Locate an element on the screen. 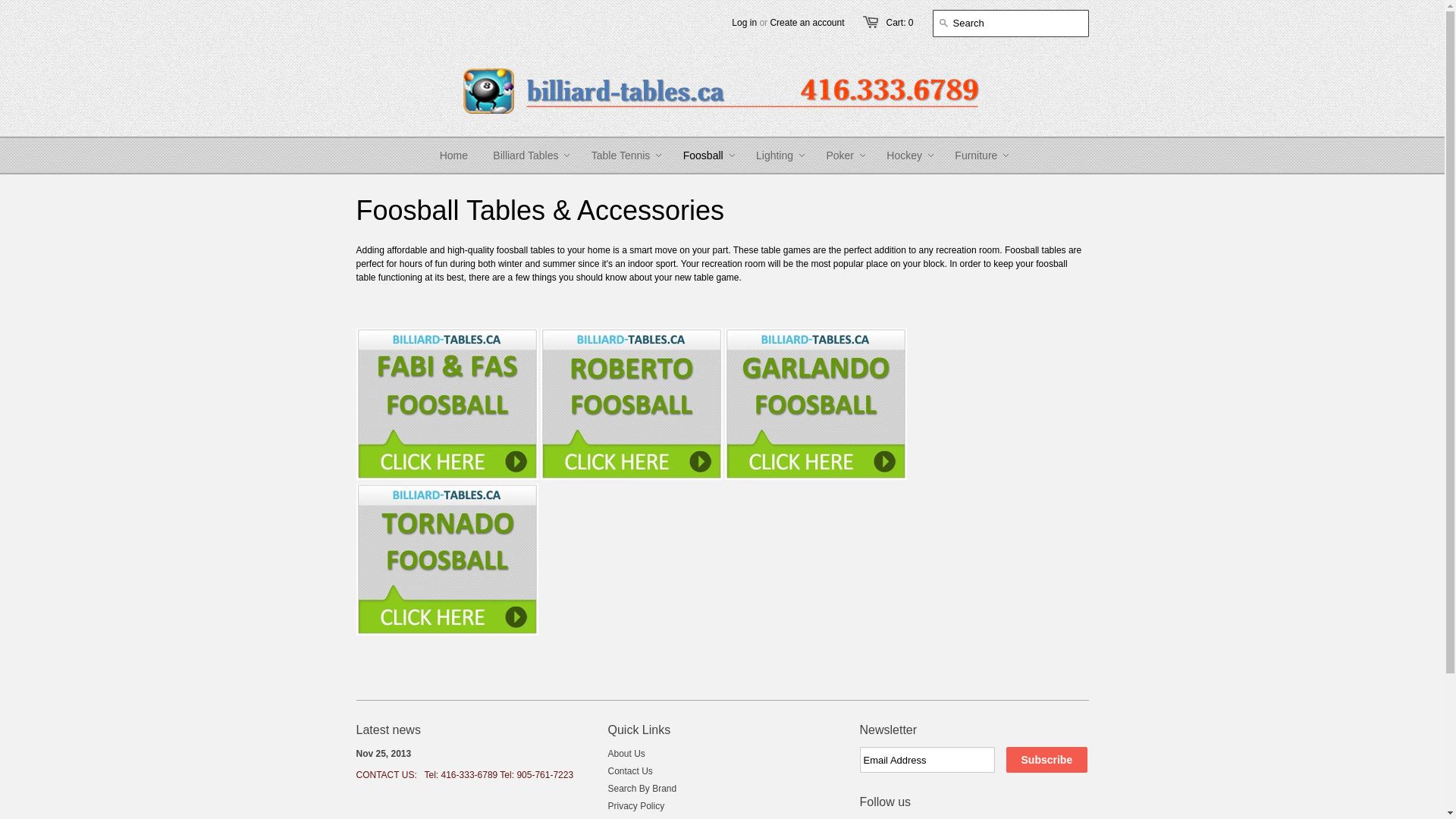 Image resolution: width=1456 pixels, height=819 pixels. 'Contact Us' is located at coordinates (607, 771).